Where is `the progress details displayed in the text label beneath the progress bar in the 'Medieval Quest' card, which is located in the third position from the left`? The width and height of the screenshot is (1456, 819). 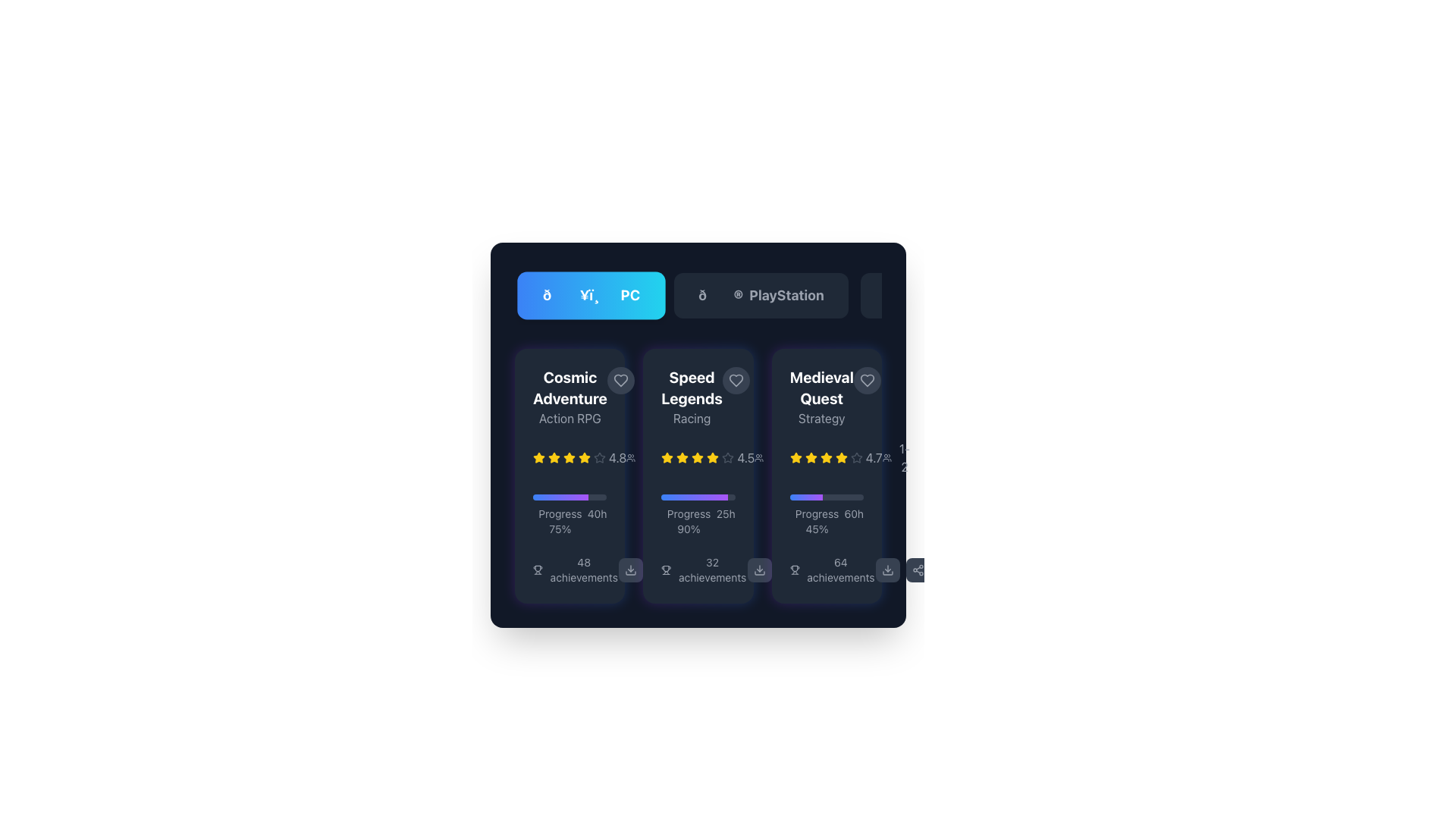 the progress details displayed in the text label beneath the progress bar in the 'Medieval Quest' card, which is located in the third position from the left is located at coordinates (826, 514).